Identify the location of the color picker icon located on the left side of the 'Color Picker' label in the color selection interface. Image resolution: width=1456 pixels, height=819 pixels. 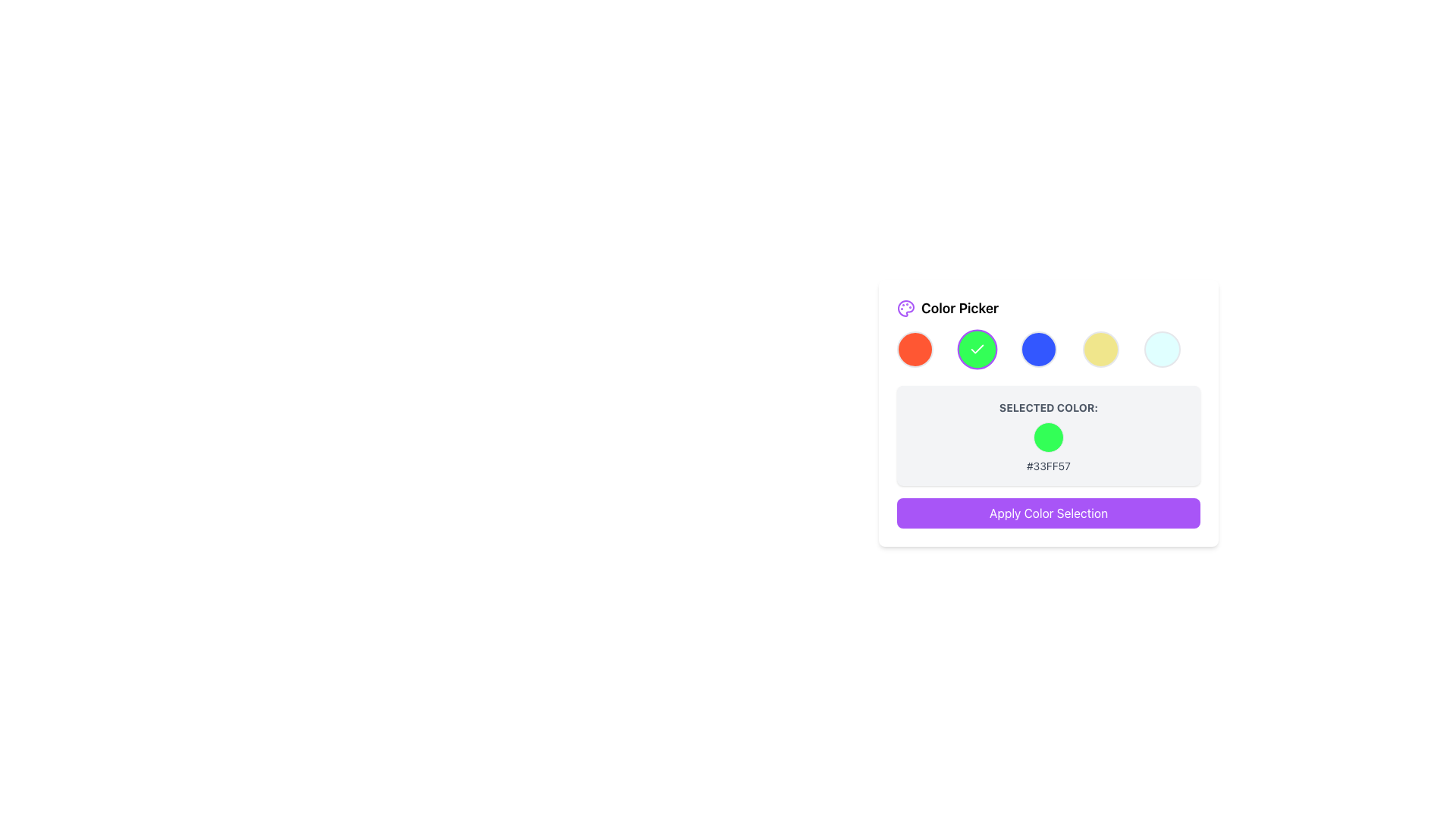
(906, 308).